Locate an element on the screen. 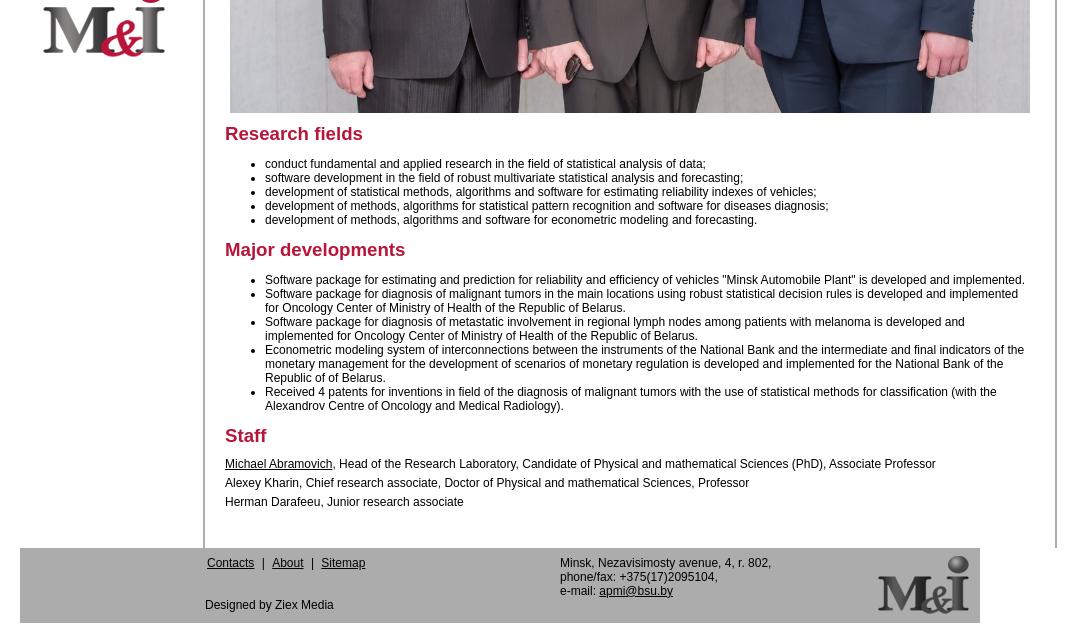 The image size is (1087, 627). 'apmi@bsu.by' is located at coordinates (598, 589).